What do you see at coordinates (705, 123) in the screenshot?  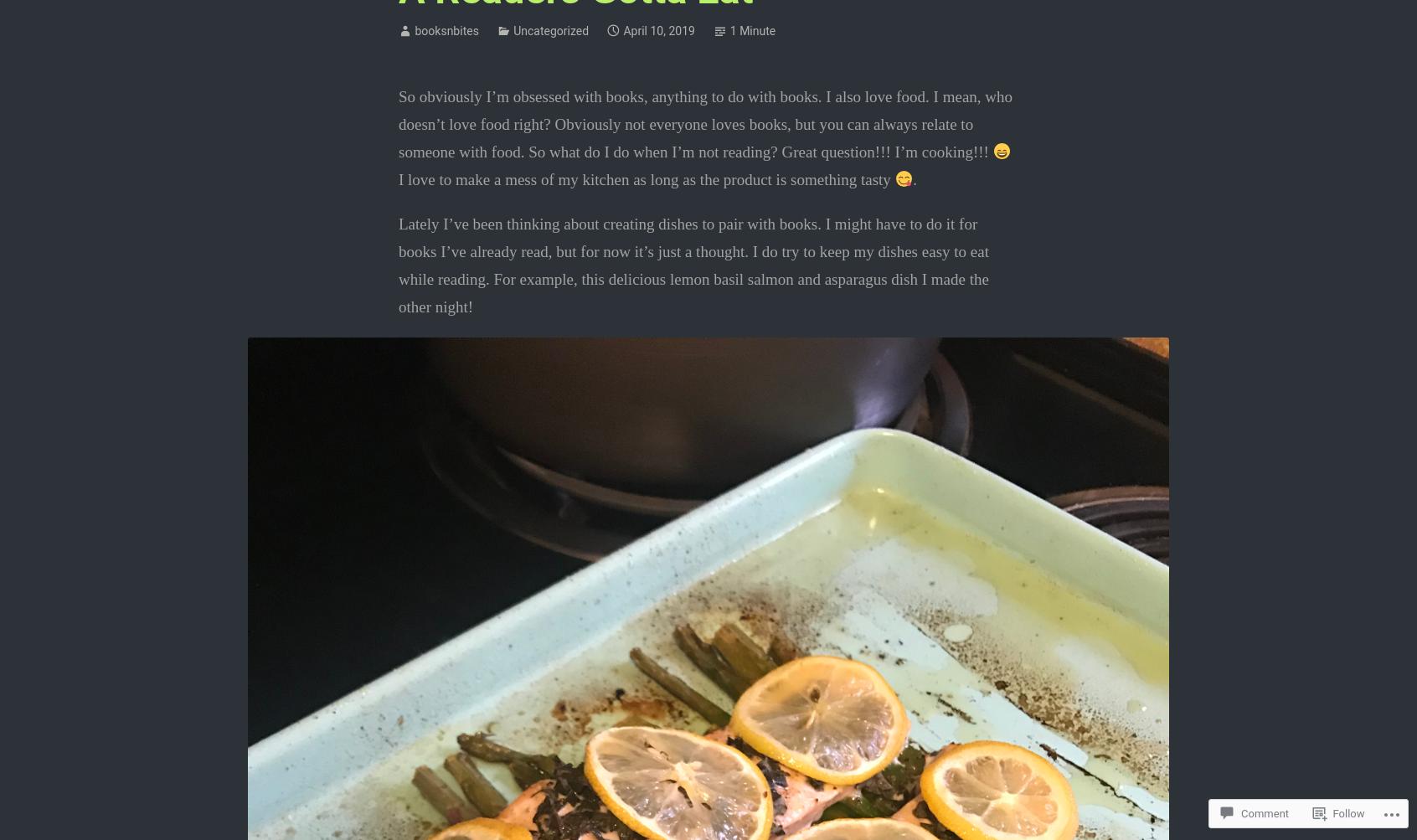 I see `'So obviously I’m obsessed with books, anything to do with books. I also love food. I mean, who doesn’t love food right? Obviously not everyone loves books, but you can always relate to someone with food. So what do I do when I’m not reading? Great question!!! I’m cooking!!!'` at bounding box center [705, 123].